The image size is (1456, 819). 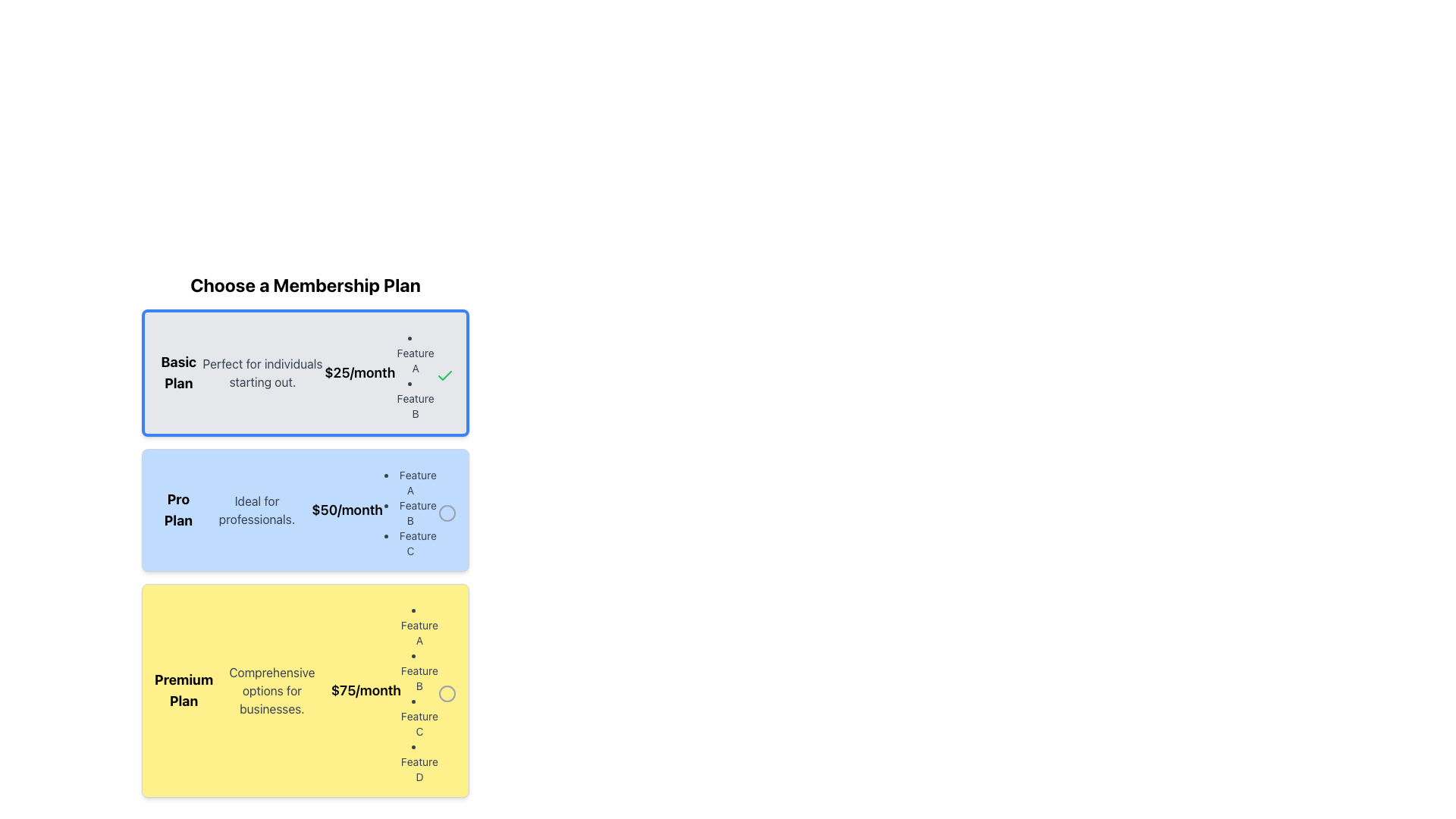 I want to click on bold text label 'Pro Plan' located at the top of the middle subscription plan card with a light blue background, so click(x=178, y=510).